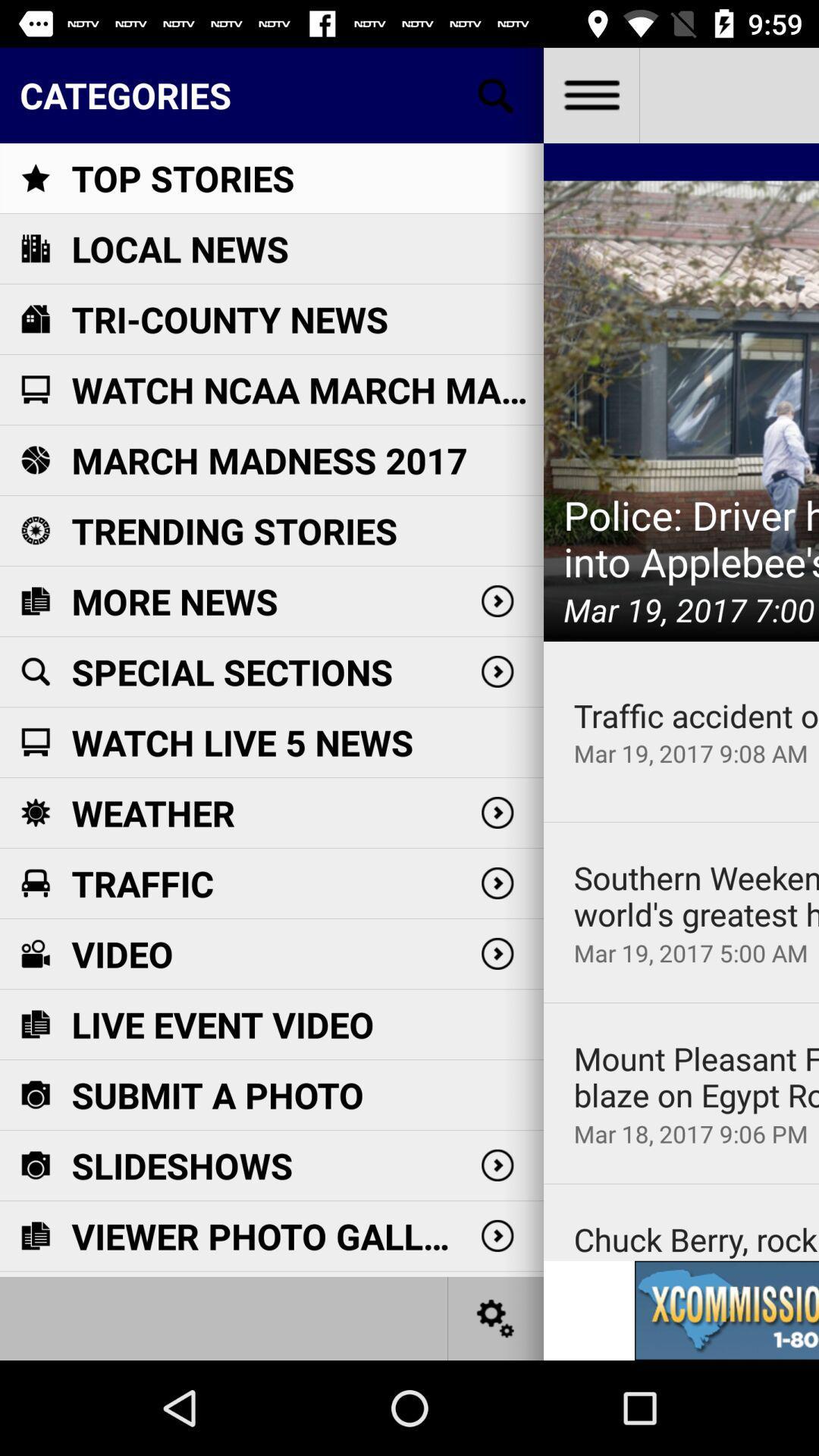  What do you see at coordinates (34, 742) in the screenshot?
I see `the icon left to watch live 5 news` at bounding box center [34, 742].